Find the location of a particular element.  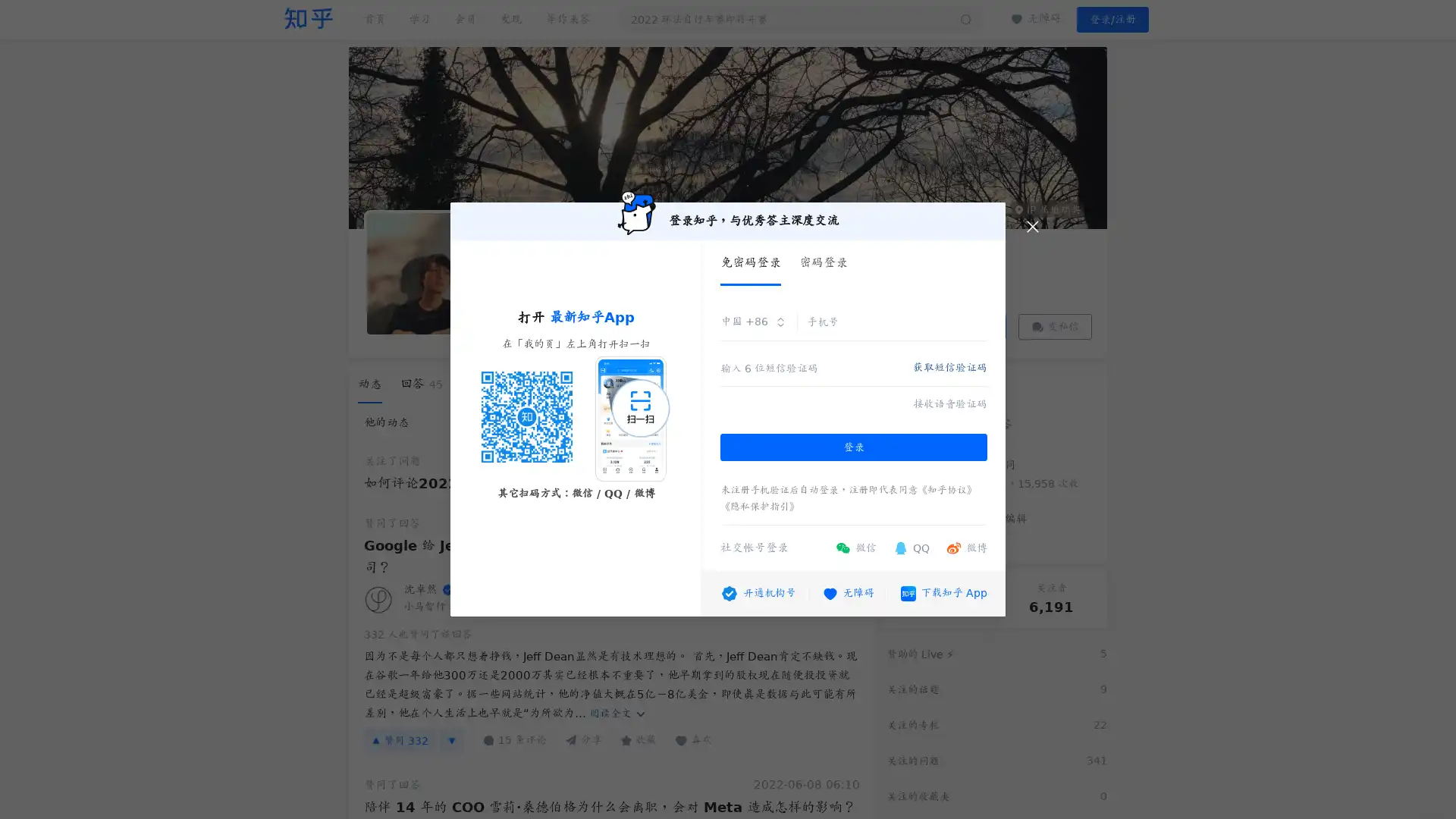

15 is located at coordinates (513, 739).